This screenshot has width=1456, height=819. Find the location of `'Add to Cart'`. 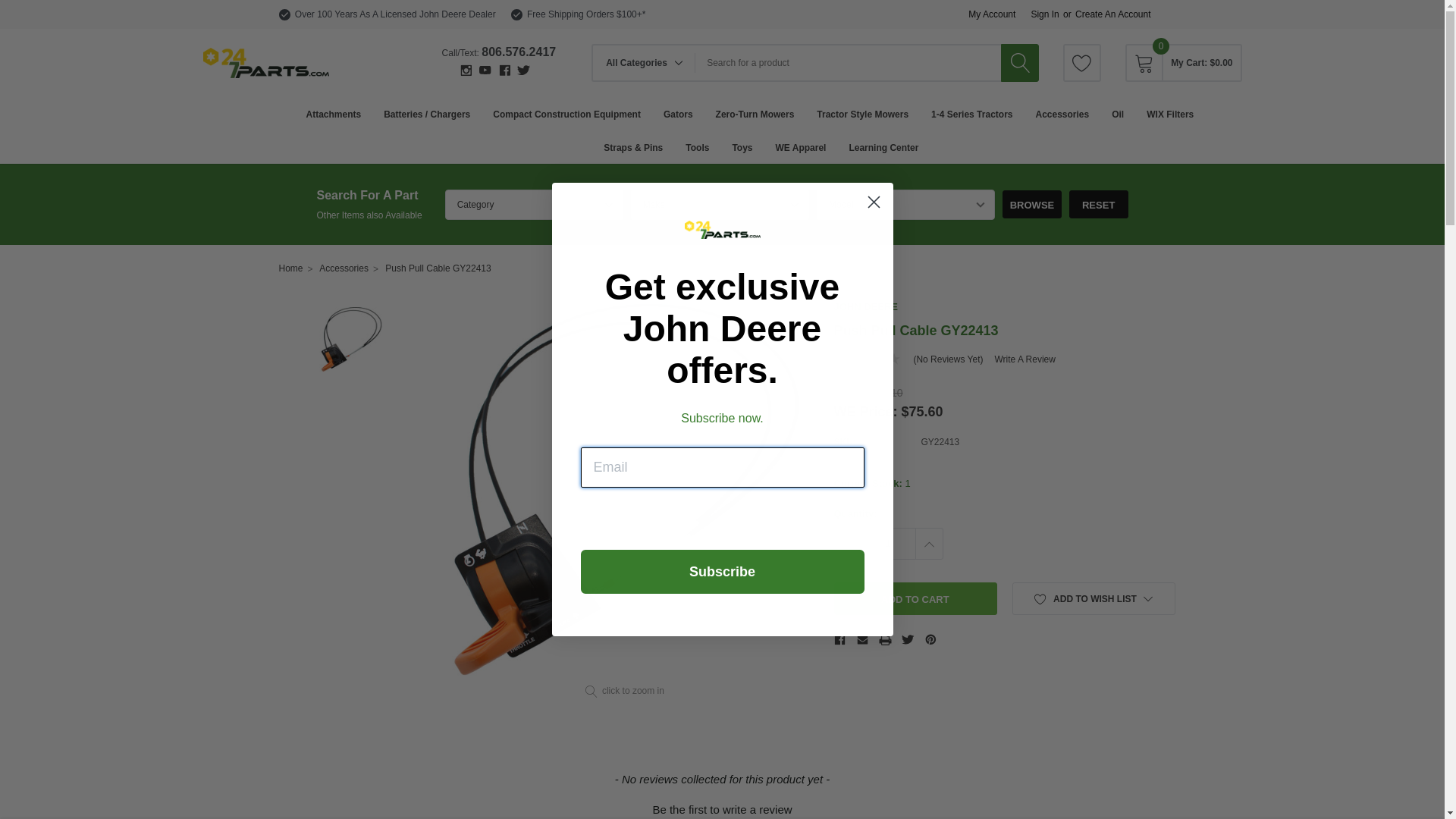

'Add to Cart' is located at coordinates (915, 598).